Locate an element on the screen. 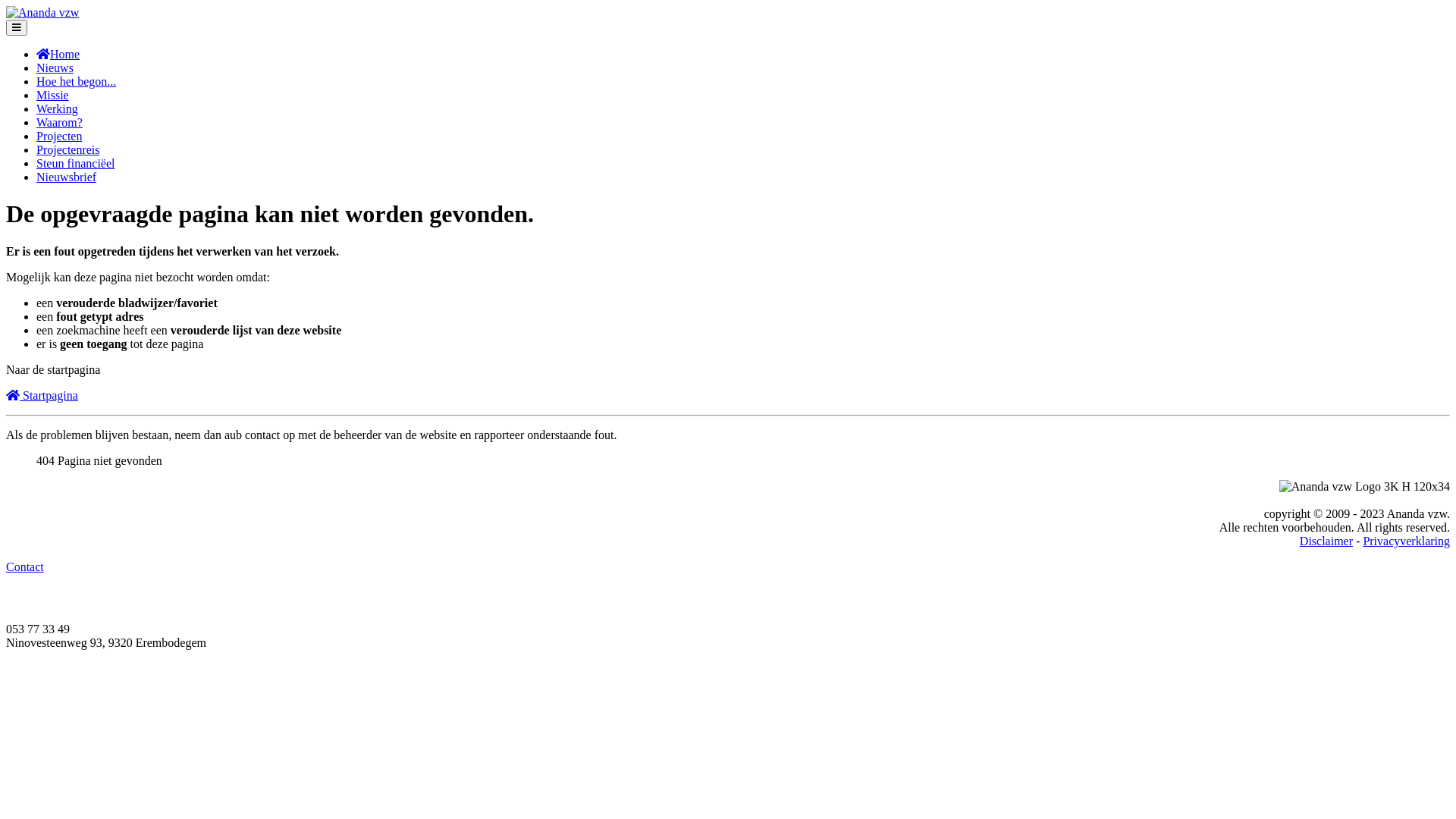  'Privacyverklaring' is located at coordinates (1362, 540).